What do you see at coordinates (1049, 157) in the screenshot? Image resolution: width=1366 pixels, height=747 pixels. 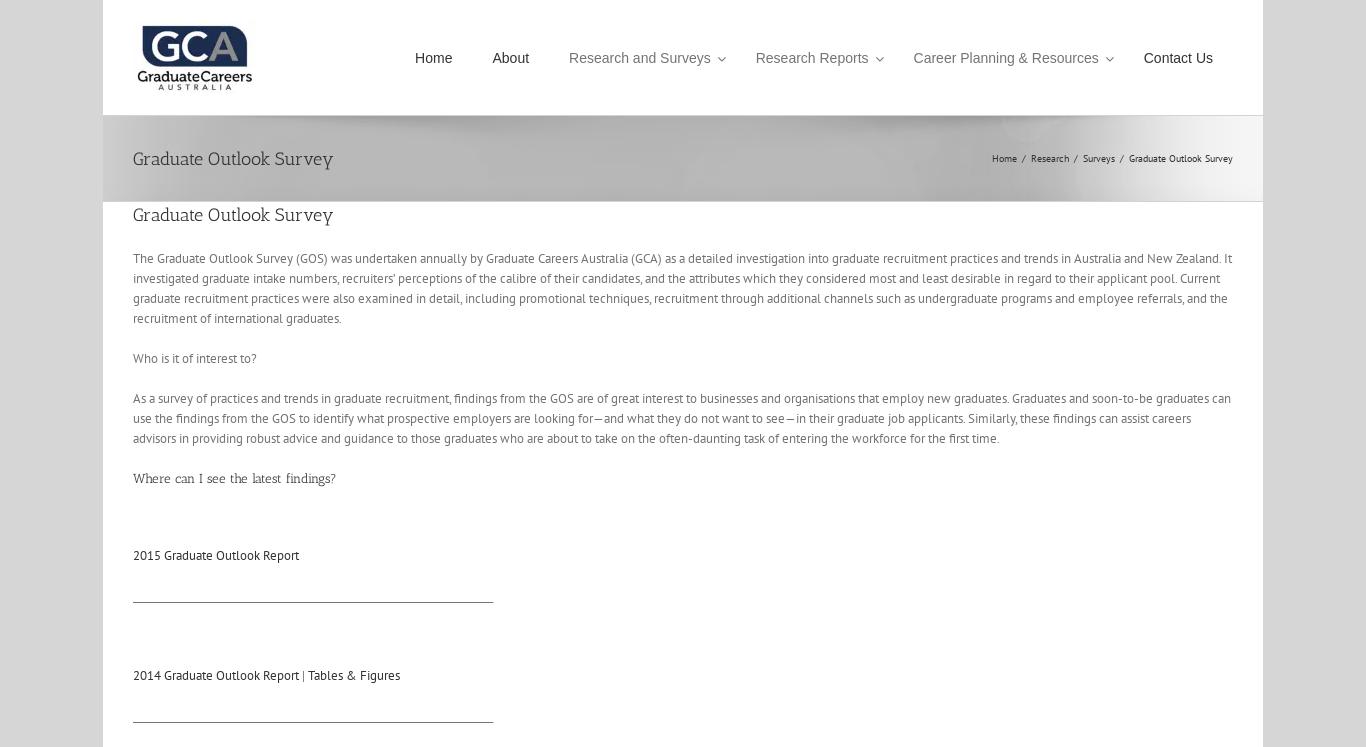 I see `'Research'` at bounding box center [1049, 157].